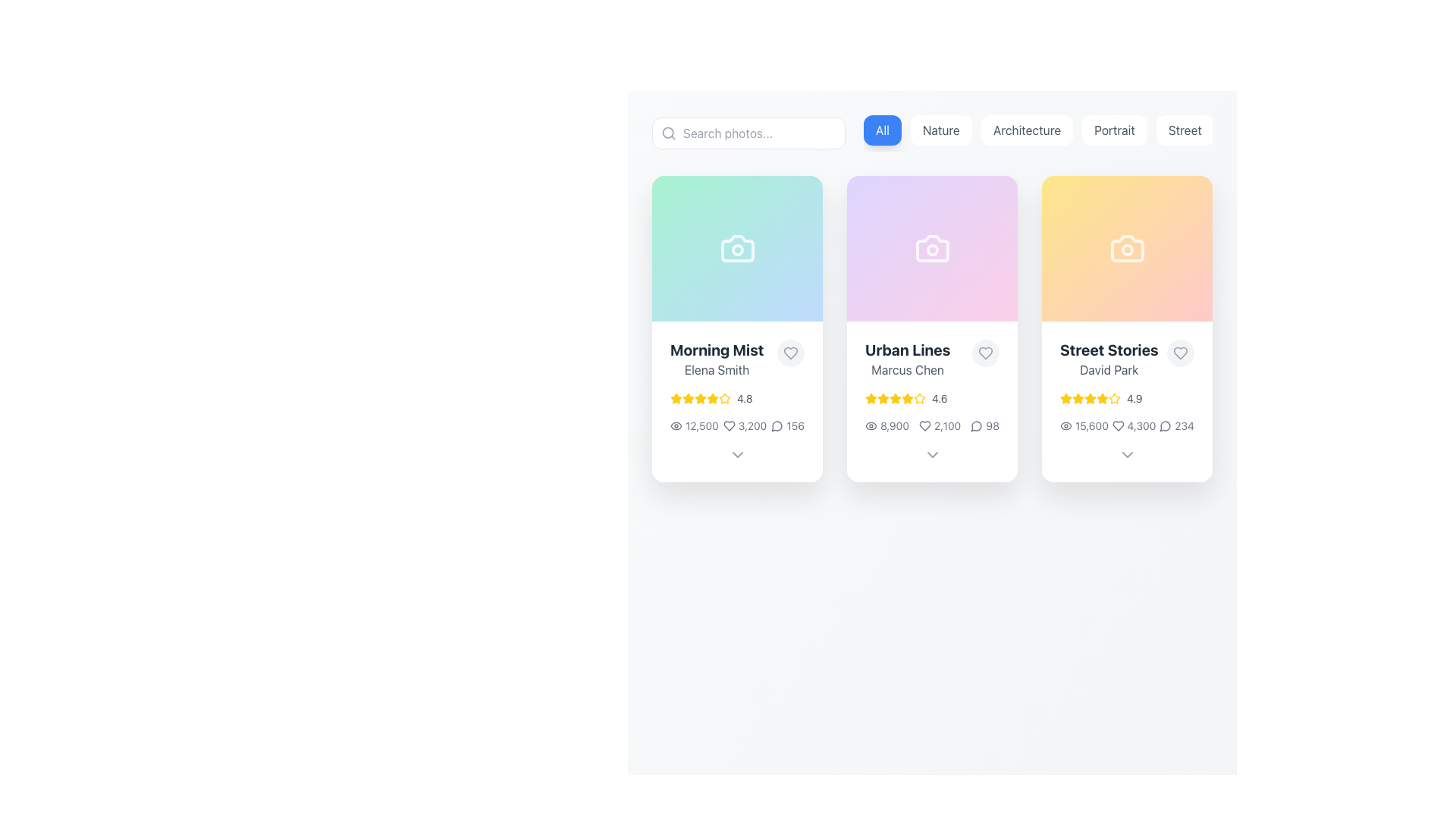 This screenshot has height=819, width=1456. What do you see at coordinates (1109, 370) in the screenshot?
I see `the Text label that indicates the author or owner of the content within the 'Street Stories' card, which is the third card in a series of three displayed horizontally` at bounding box center [1109, 370].